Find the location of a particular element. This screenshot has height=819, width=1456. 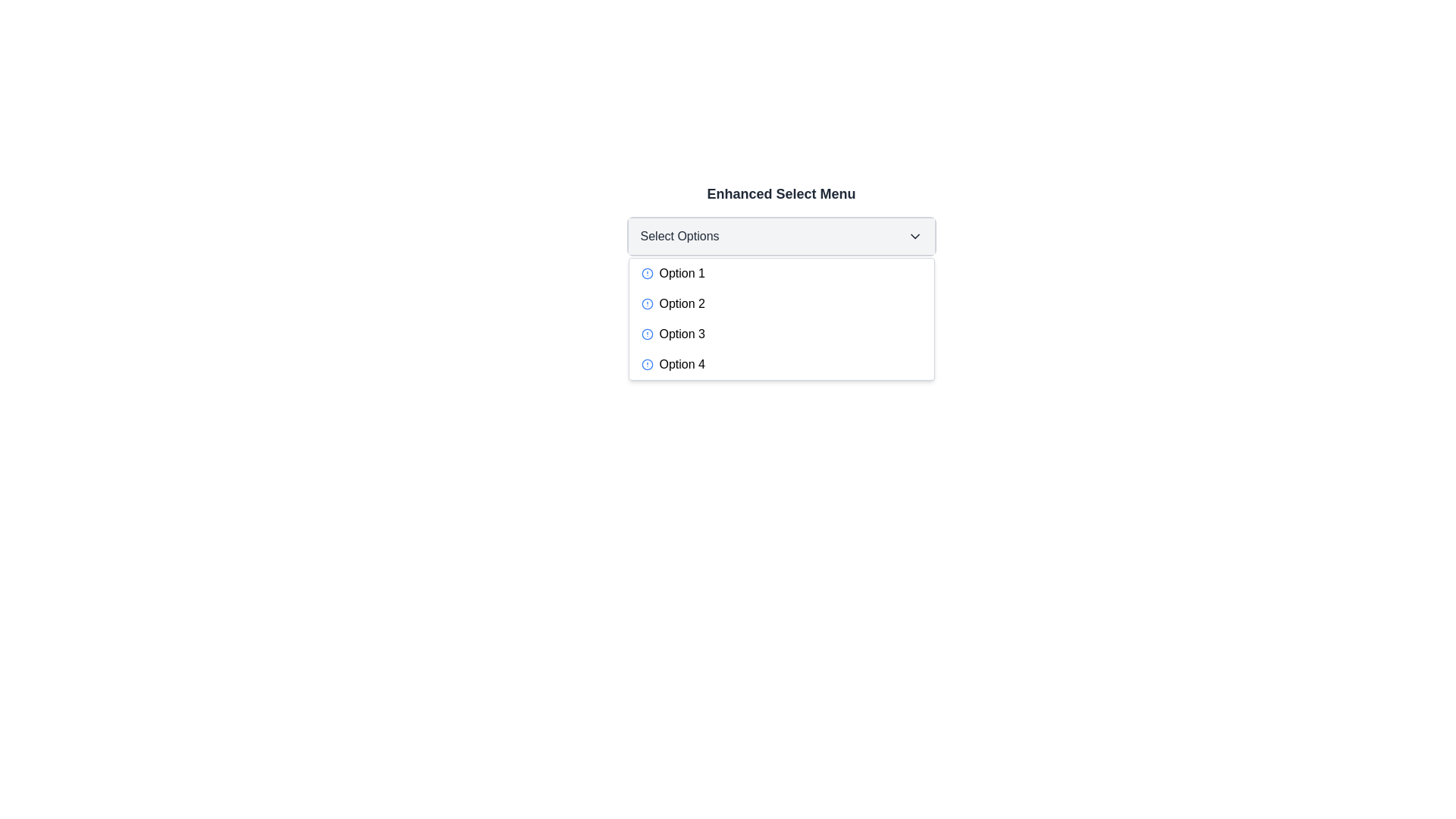

the 'Option 1' text label, which is part of a dropdown selection component and is visually aligned with a circular informational icon to its left is located at coordinates (681, 274).